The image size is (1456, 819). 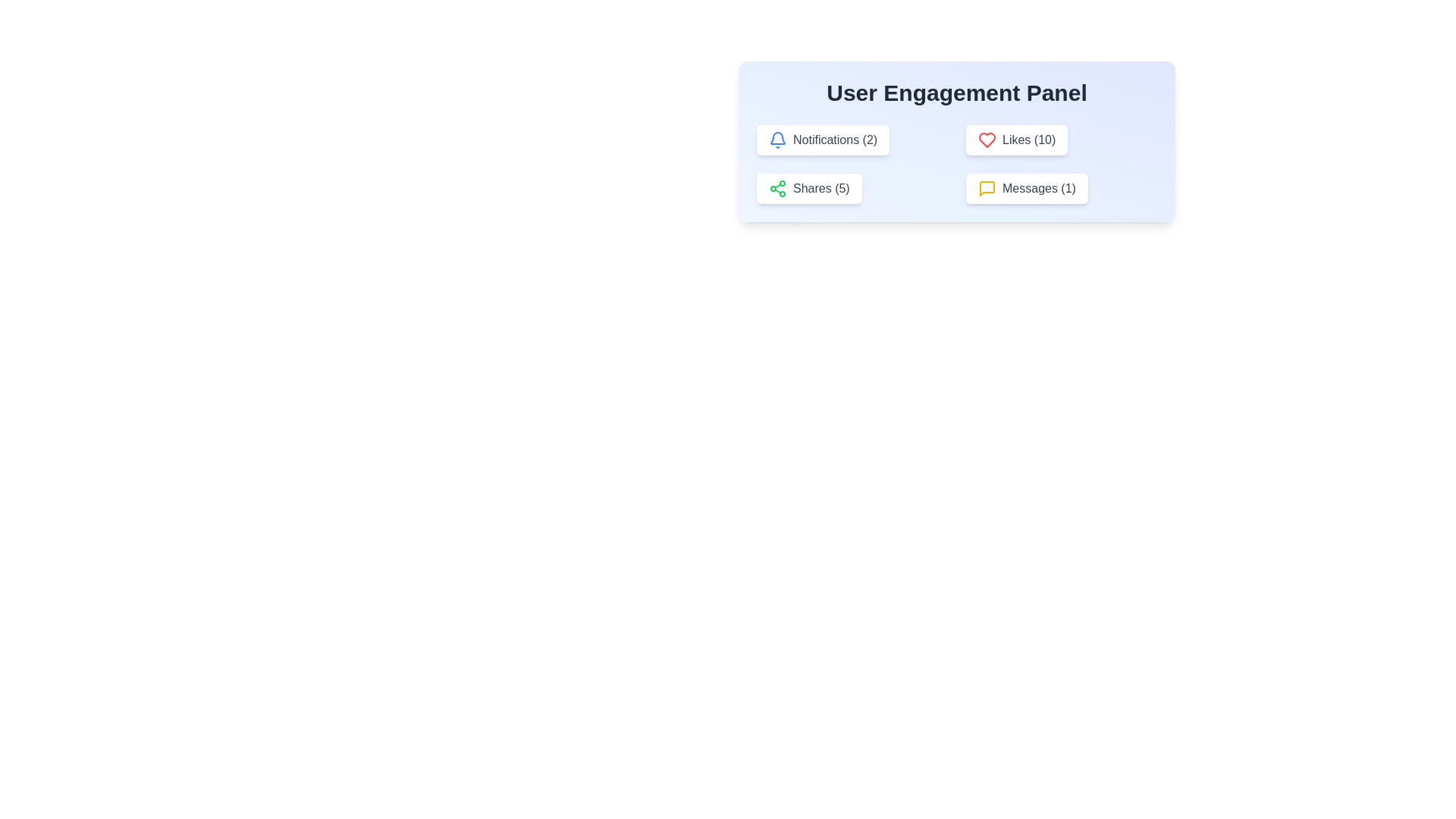 I want to click on the yellow speech bubble icon representing the messaging feature, so click(x=987, y=188).